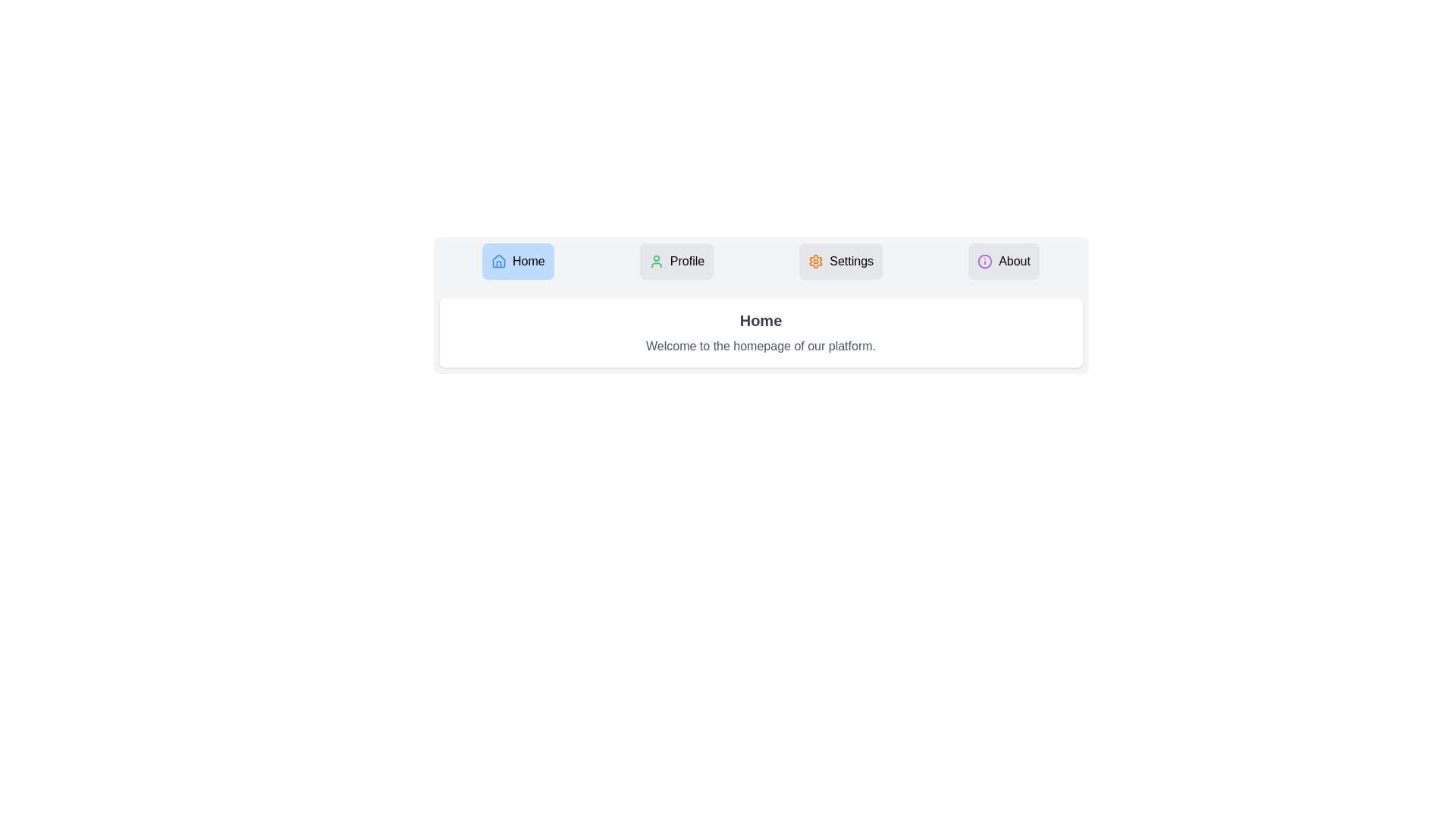 The height and width of the screenshot is (819, 1456). Describe the element at coordinates (1004, 260) in the screenshot. I see `the About tab by clicking on its button` at that location.